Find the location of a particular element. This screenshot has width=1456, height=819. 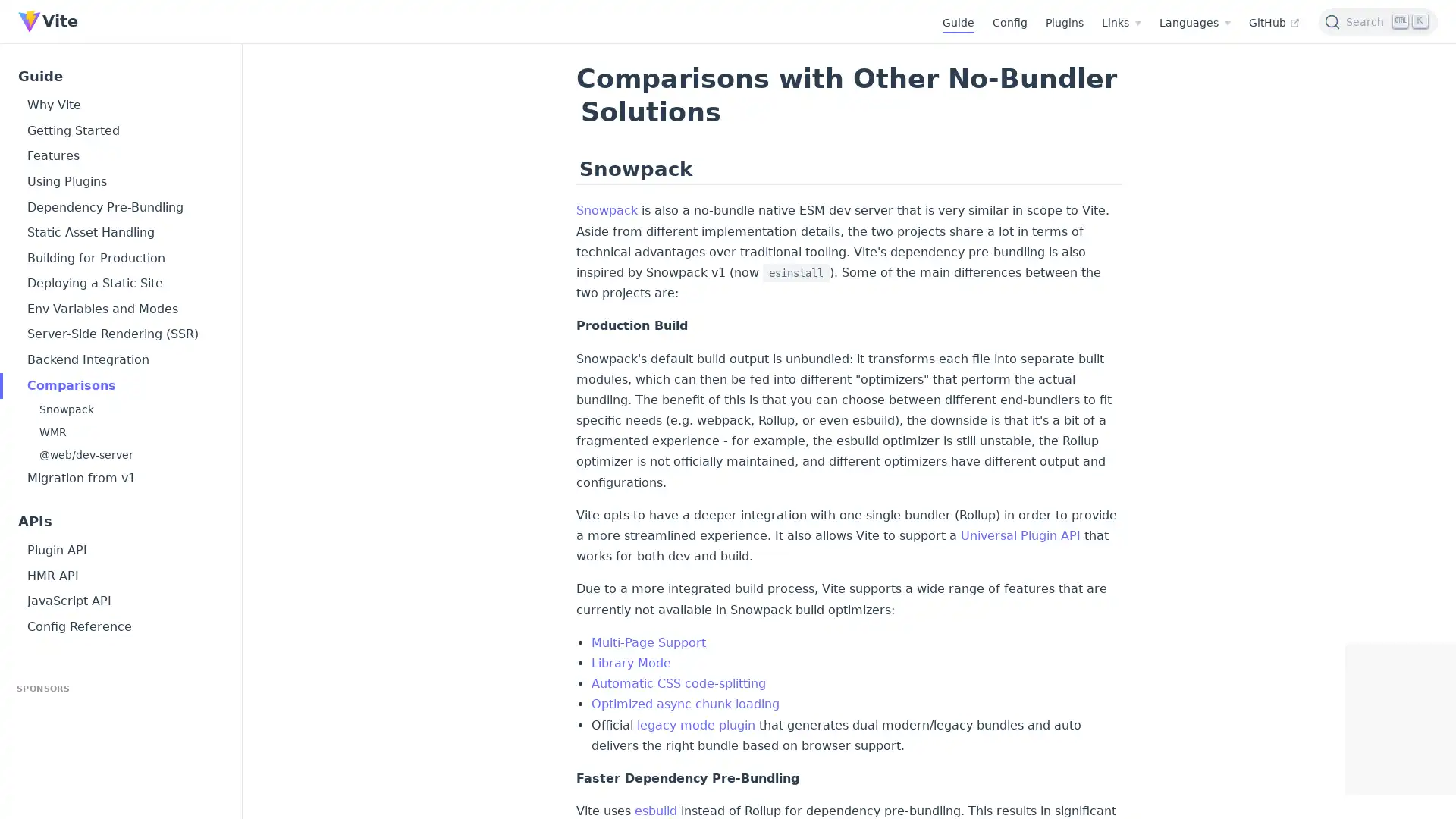

Languages is located at coordinates (1194, 23).